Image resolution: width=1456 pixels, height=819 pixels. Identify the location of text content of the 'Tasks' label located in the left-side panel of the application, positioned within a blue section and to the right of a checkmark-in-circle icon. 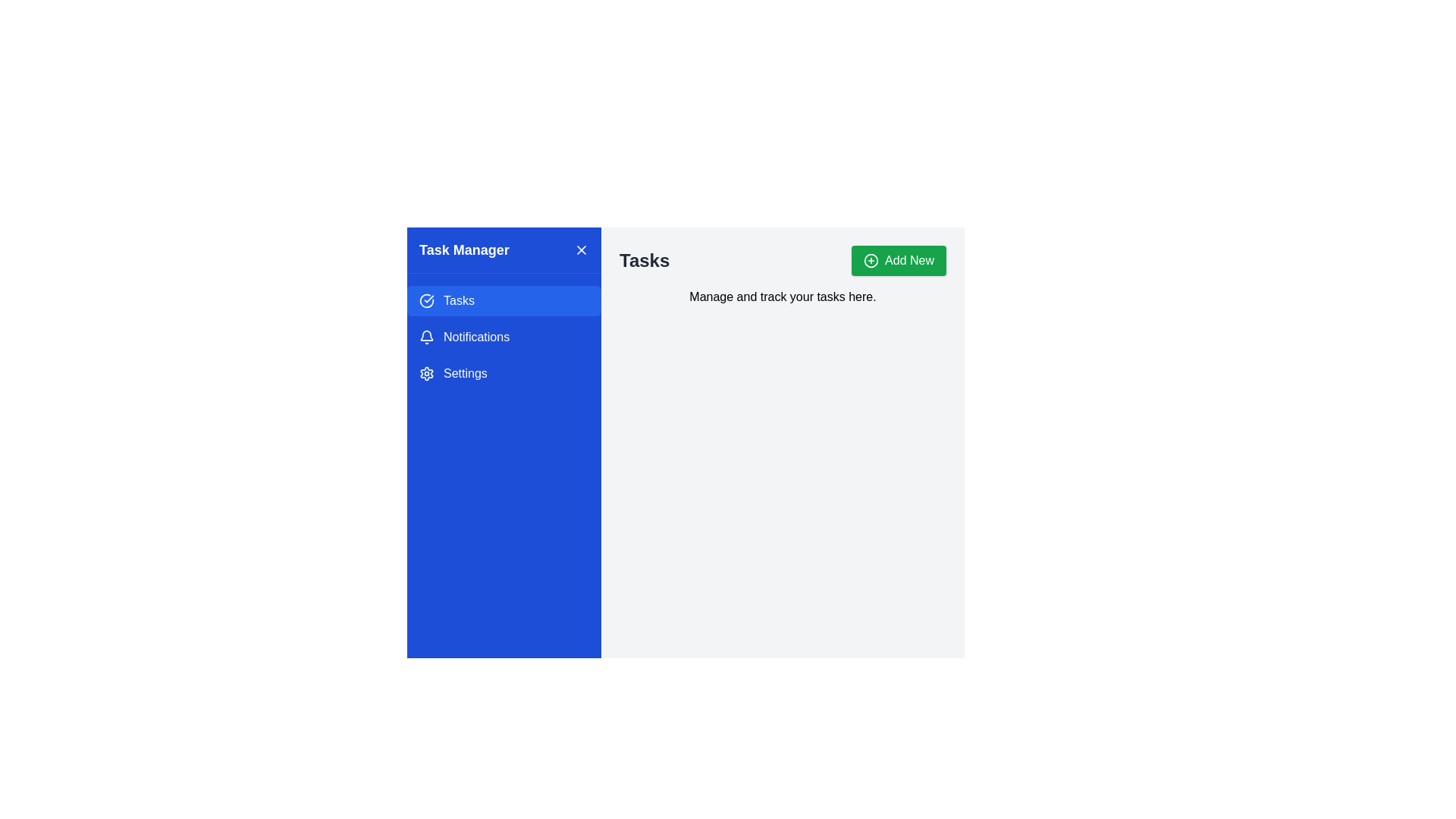
(458, 301).